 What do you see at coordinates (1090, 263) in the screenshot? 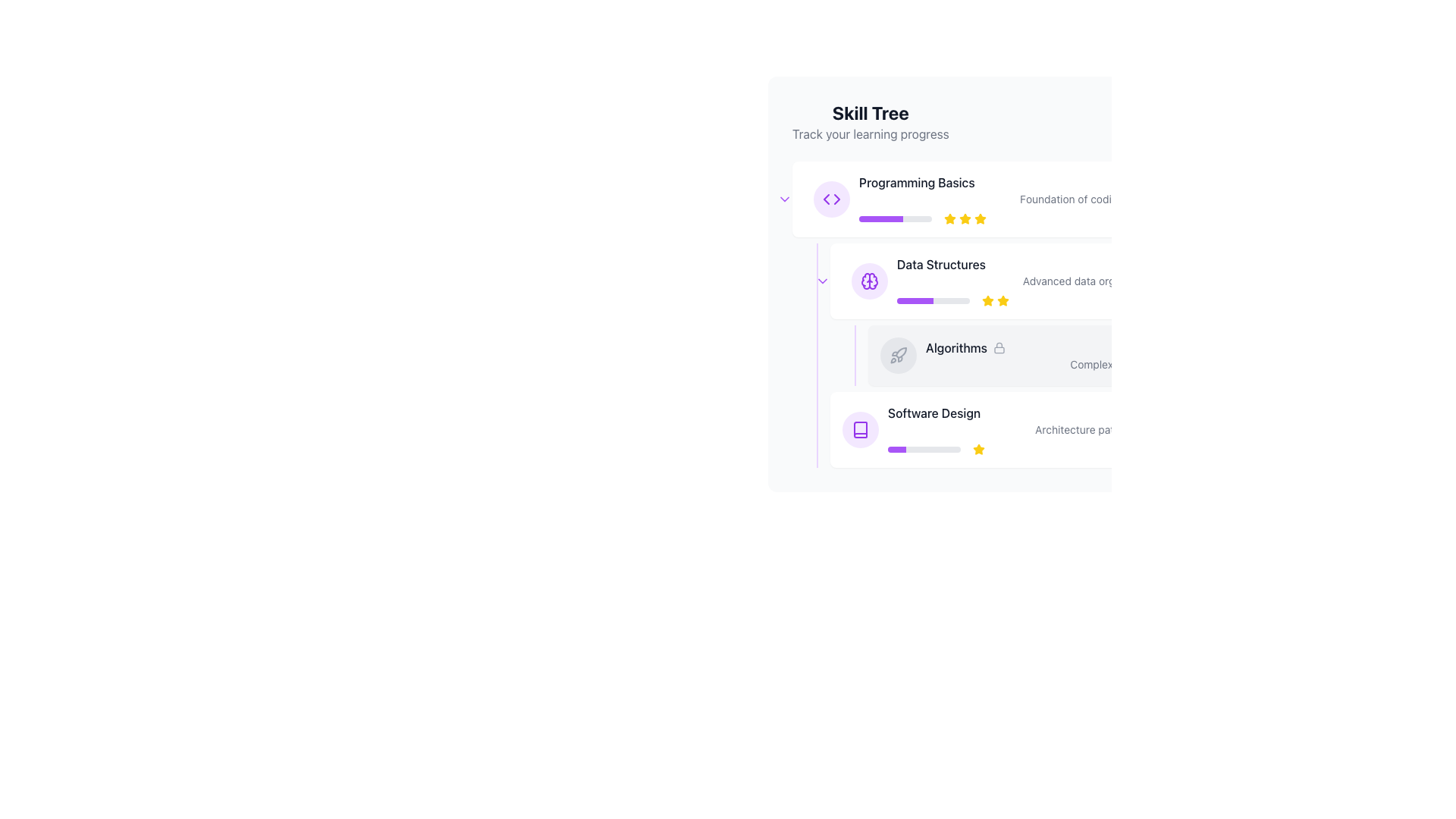
I see `the 'Data Structures' text element` at bounding box center [1090, 263].